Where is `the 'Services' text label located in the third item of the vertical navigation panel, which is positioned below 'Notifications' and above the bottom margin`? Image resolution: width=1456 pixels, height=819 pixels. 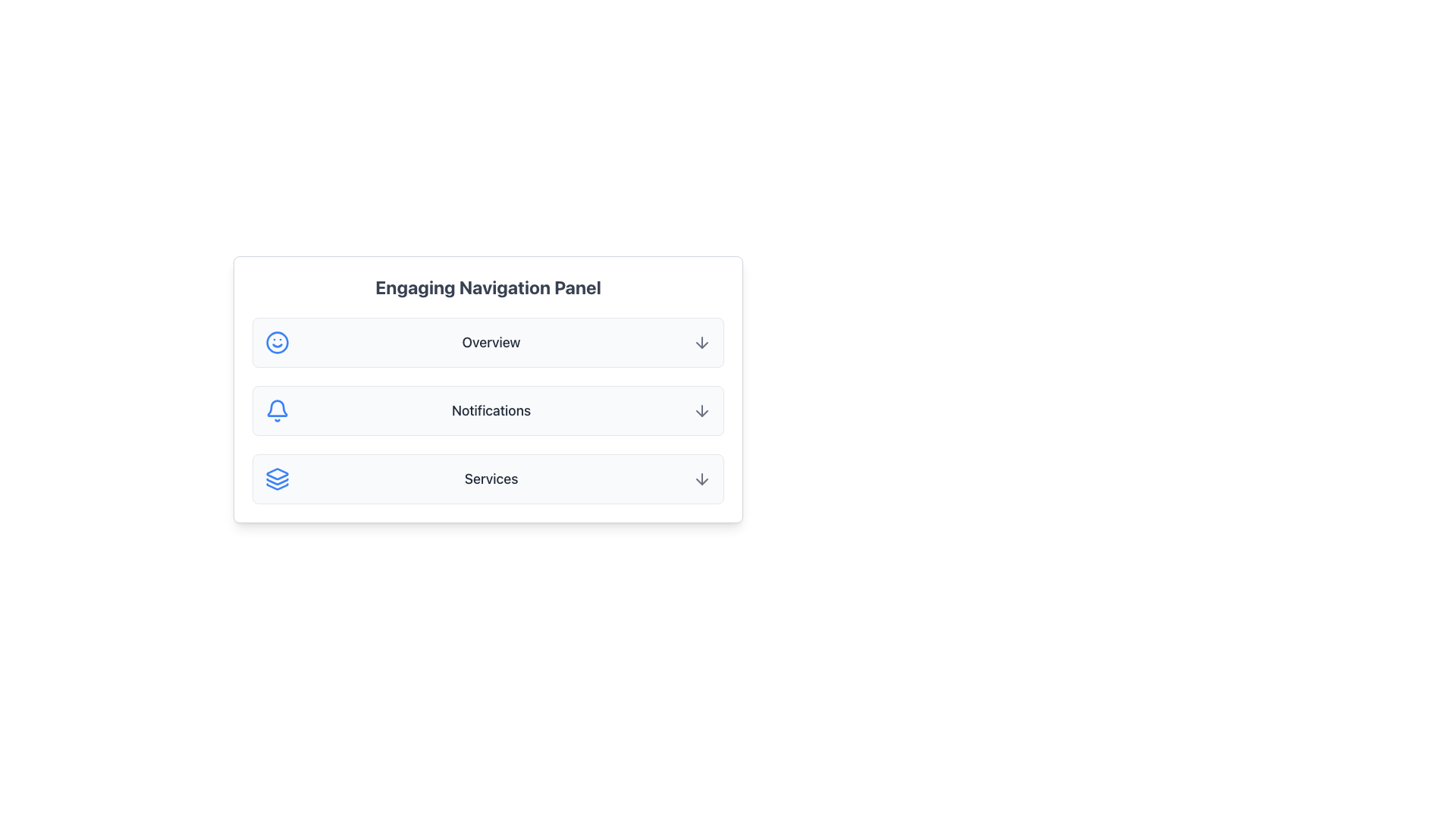 the 'Services' text label located in the third item of the vertical navigation panel, which is positioned below 'Notifications' and above the bottom margin is located at coordinates (491, 479).